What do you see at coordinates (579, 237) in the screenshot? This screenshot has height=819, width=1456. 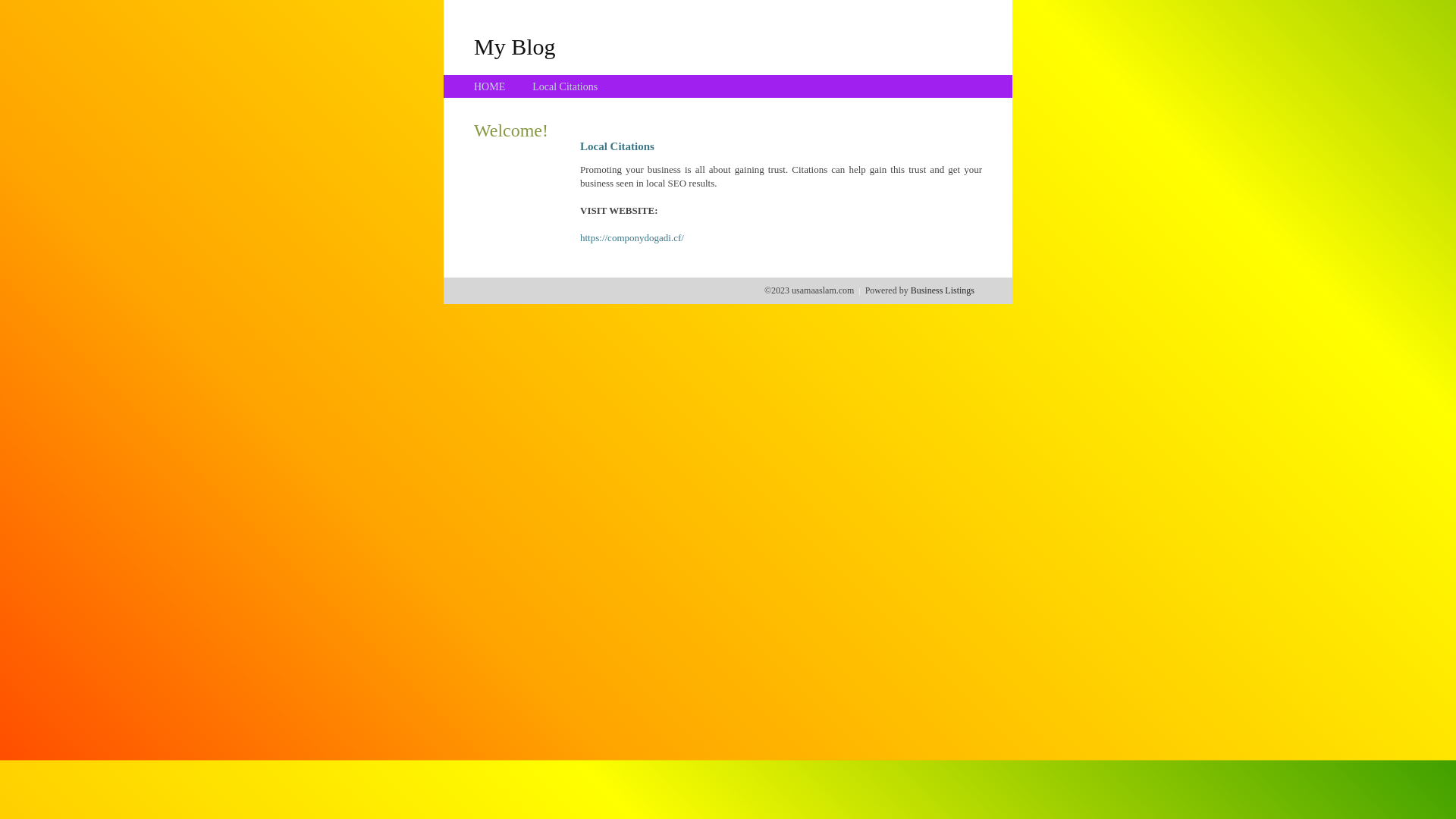 I see `'https://componydogadi.cf/'` at bounding box center [579, 237].